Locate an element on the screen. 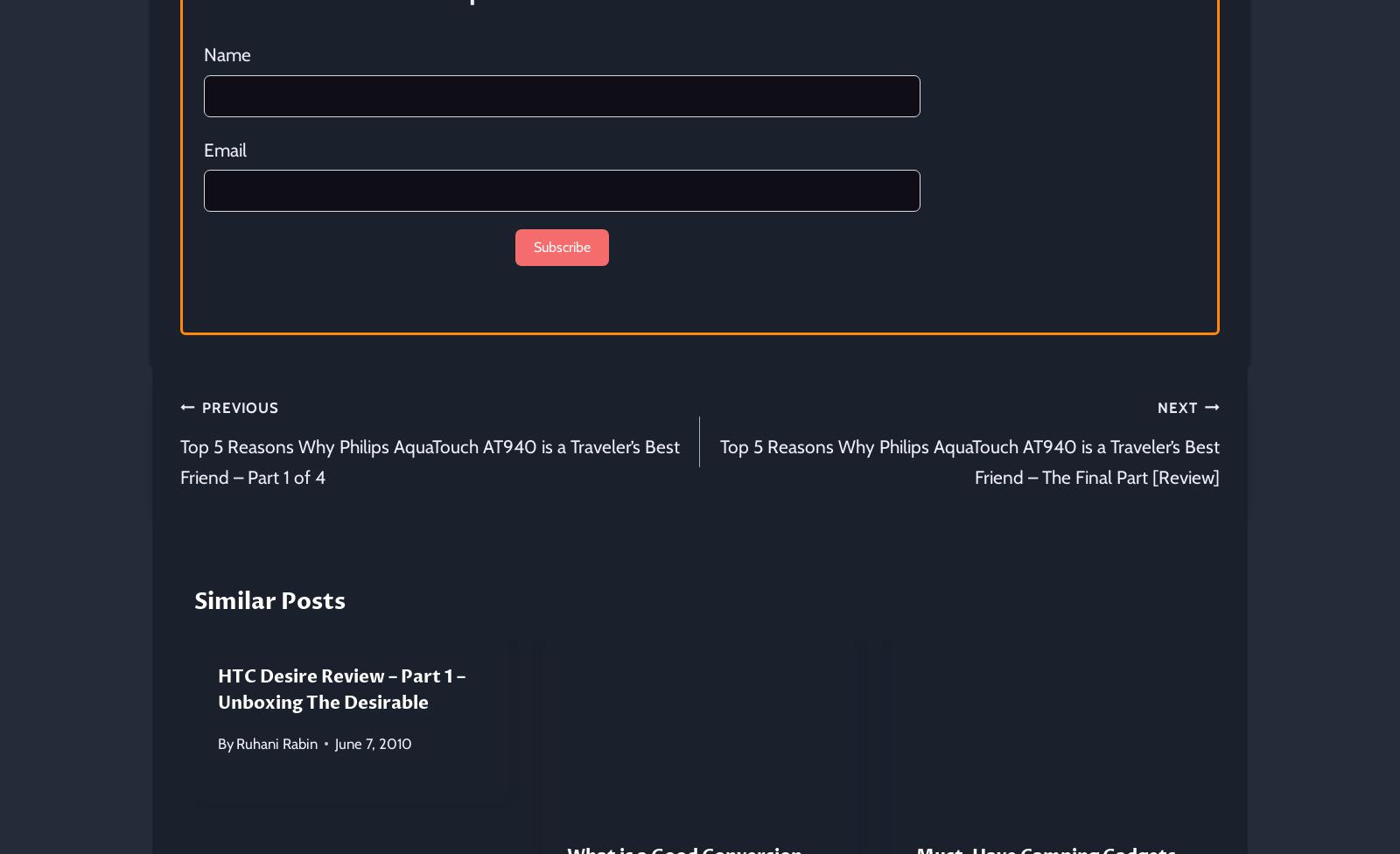 Image resolution: width=1400 pixels, height=854 pixels. 'Ruhani Rabin' is located at coordinates (276, 743).